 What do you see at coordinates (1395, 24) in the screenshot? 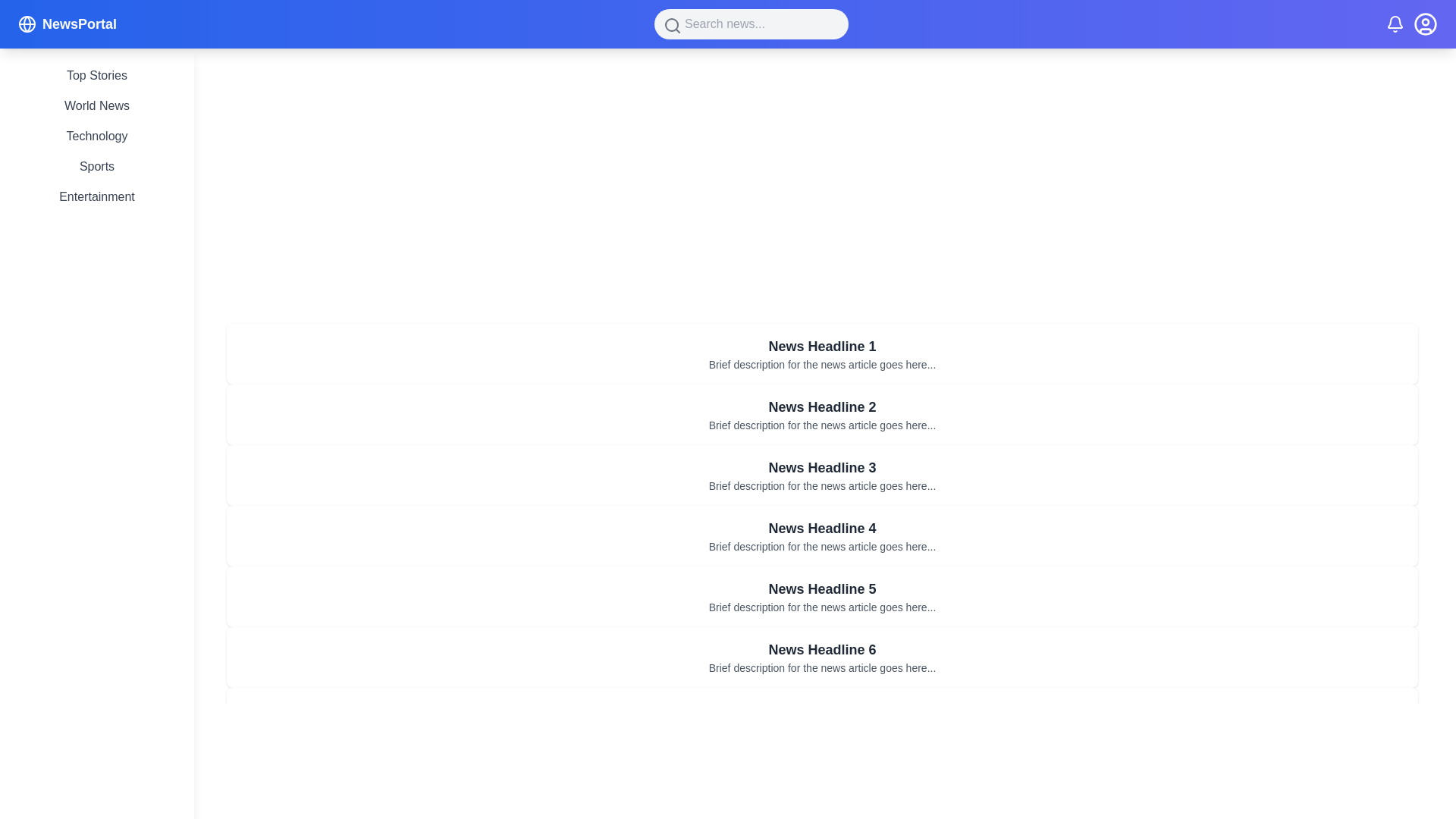
I see `the bell icon representing notifications, which is styled with a line drawing in white on a blue background, located in the top-right corner of the user interface` at bounding box center [1395, 24].